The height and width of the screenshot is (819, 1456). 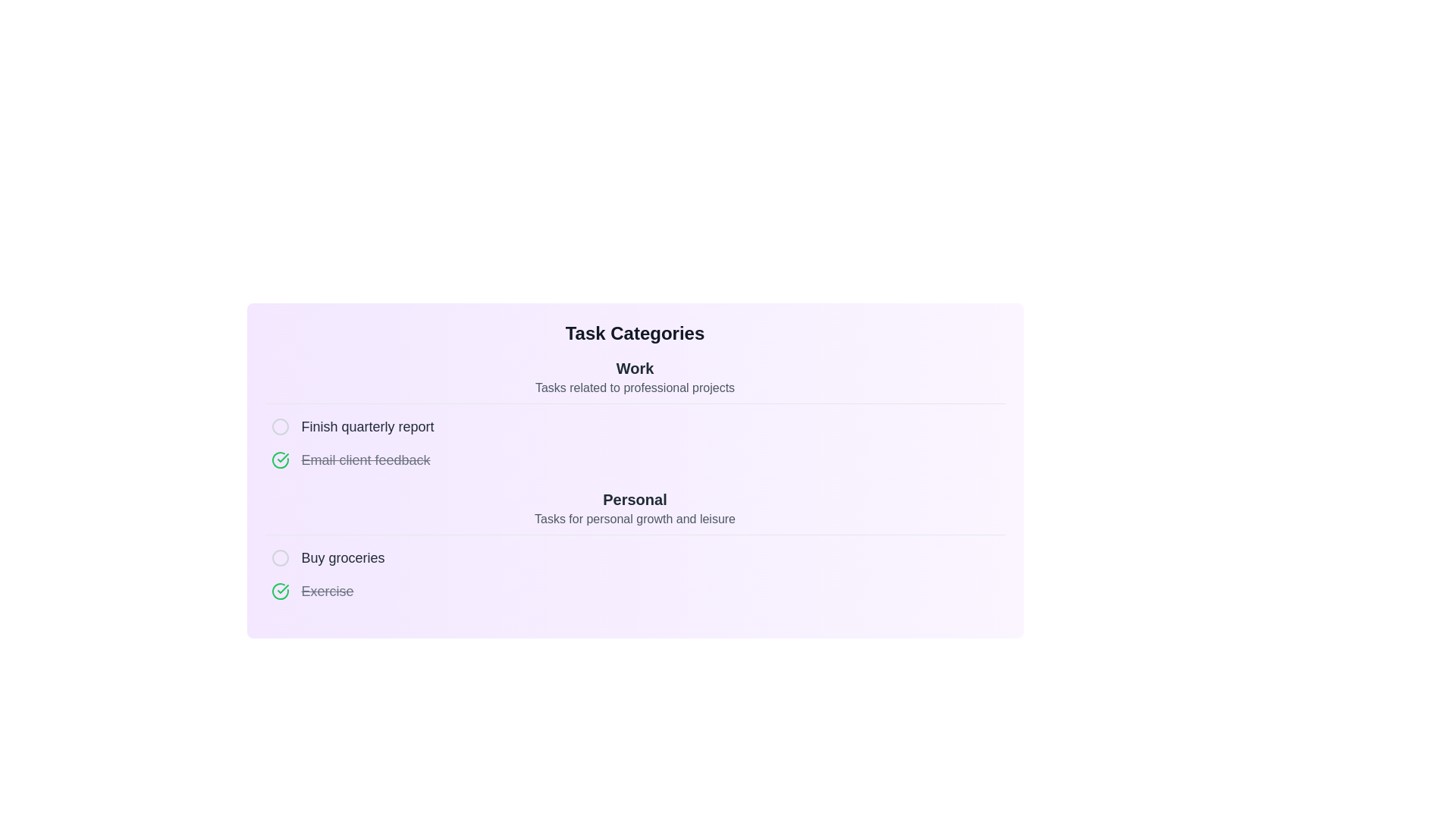 I want to click on the completed task labeled 'Email client feedback' in the 'Work' section of the task management interface, so click(x=350, y=459).